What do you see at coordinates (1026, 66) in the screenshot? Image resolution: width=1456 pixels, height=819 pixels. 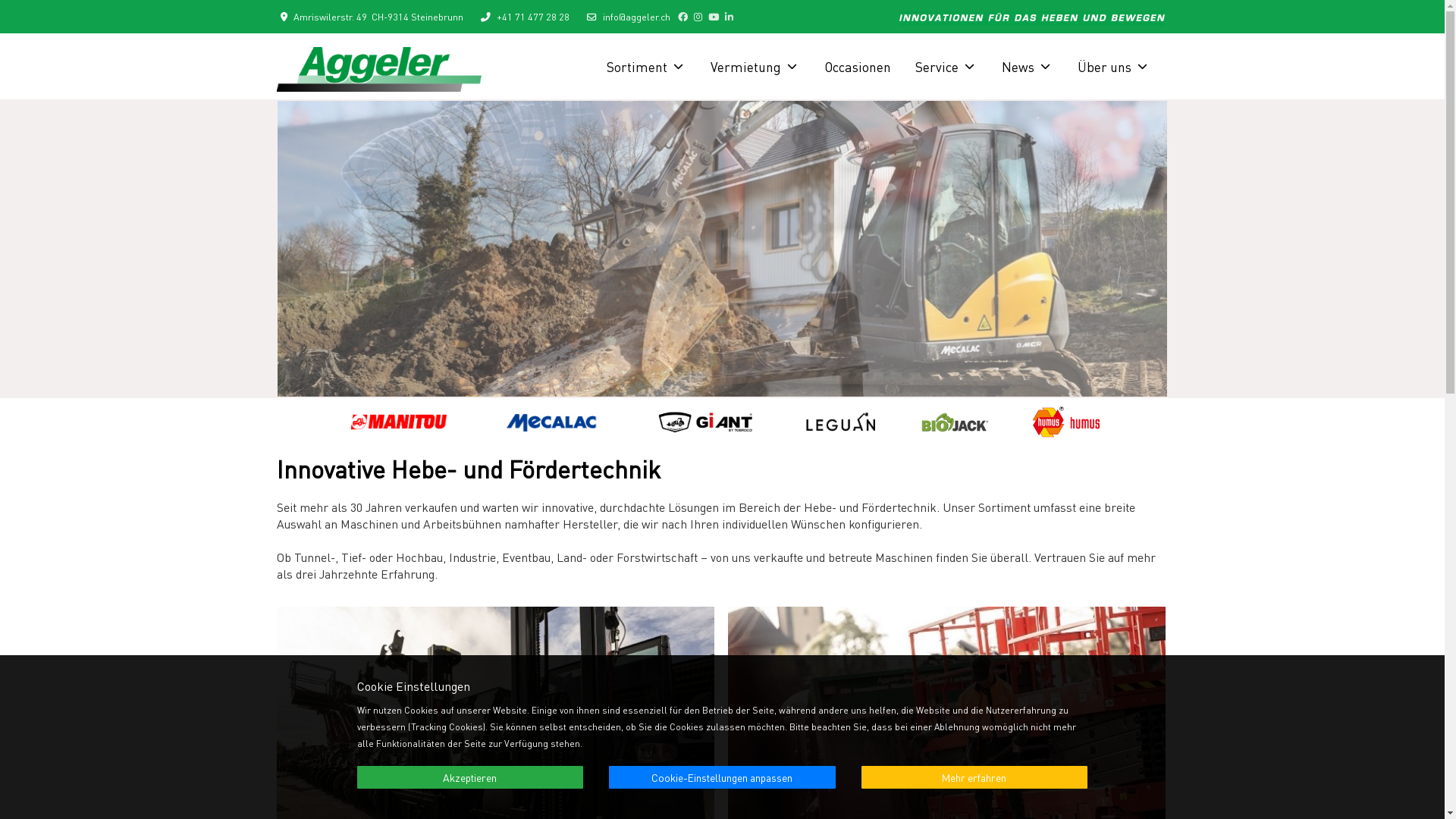 I see `'News'` at bounding box center [1026, 66].